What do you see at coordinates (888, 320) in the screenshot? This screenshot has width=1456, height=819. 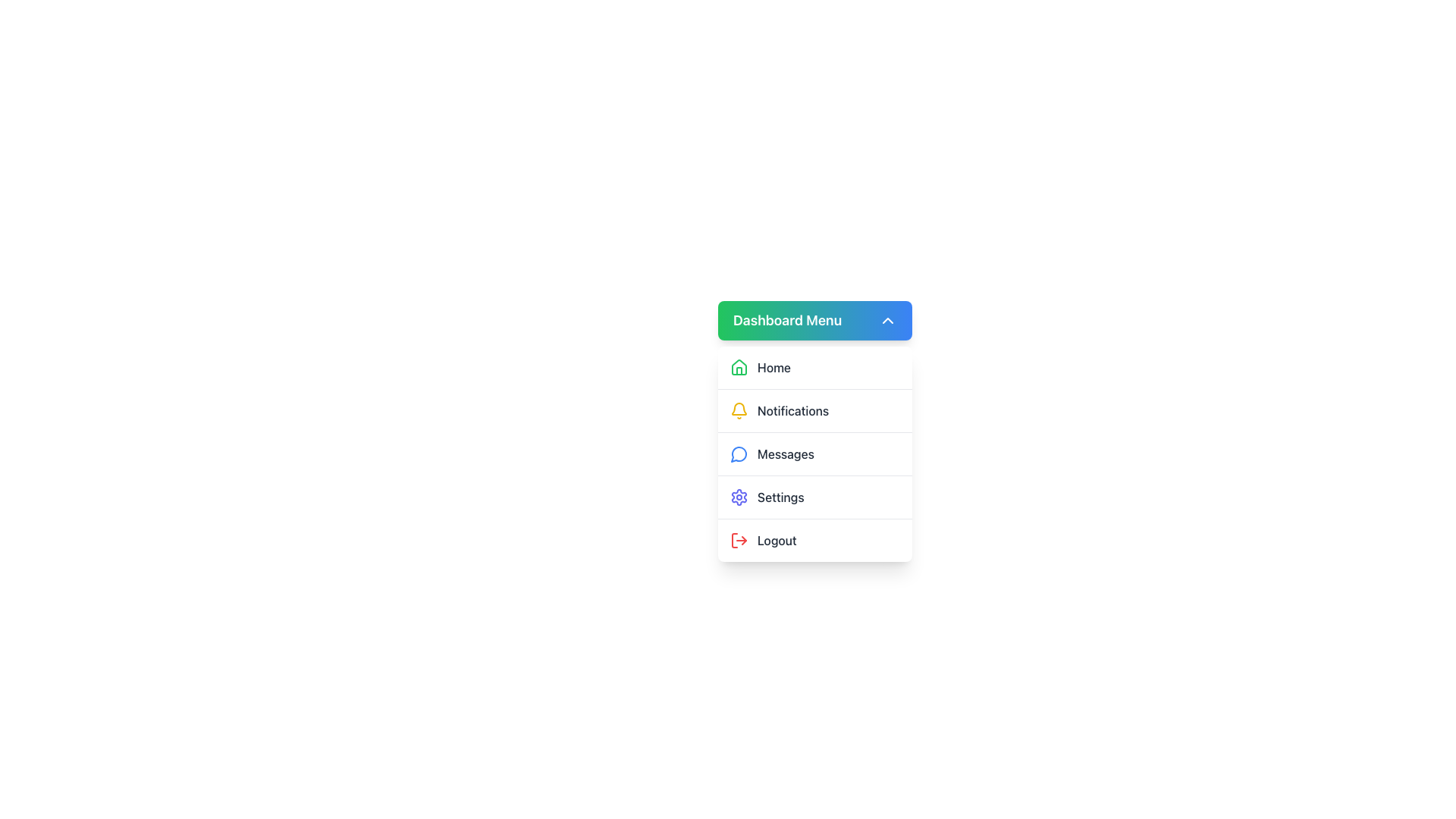 I see `the upward-pointing chevron icon located on the far right of the 'Dashboard Menu' header to show the context menu` at bounding box center [888, 320].